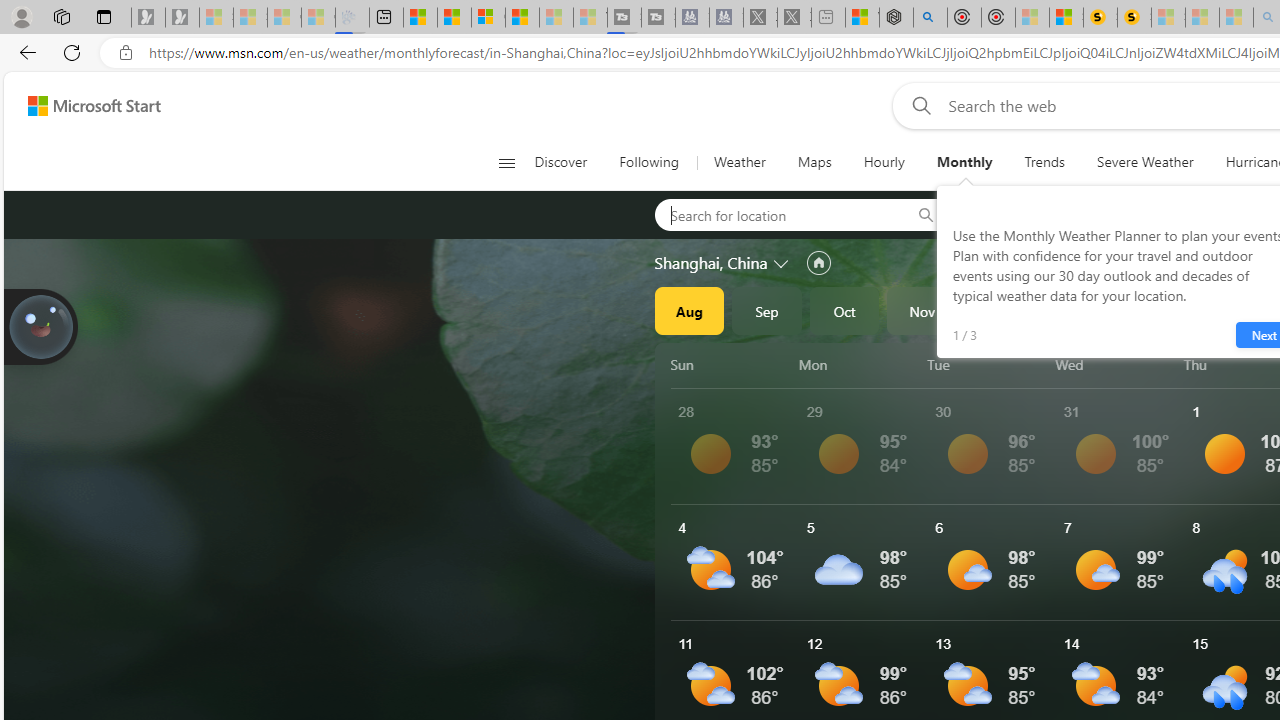  I want to click on 'Newsletter Sign Up - Sleeping', so click(182, 17).